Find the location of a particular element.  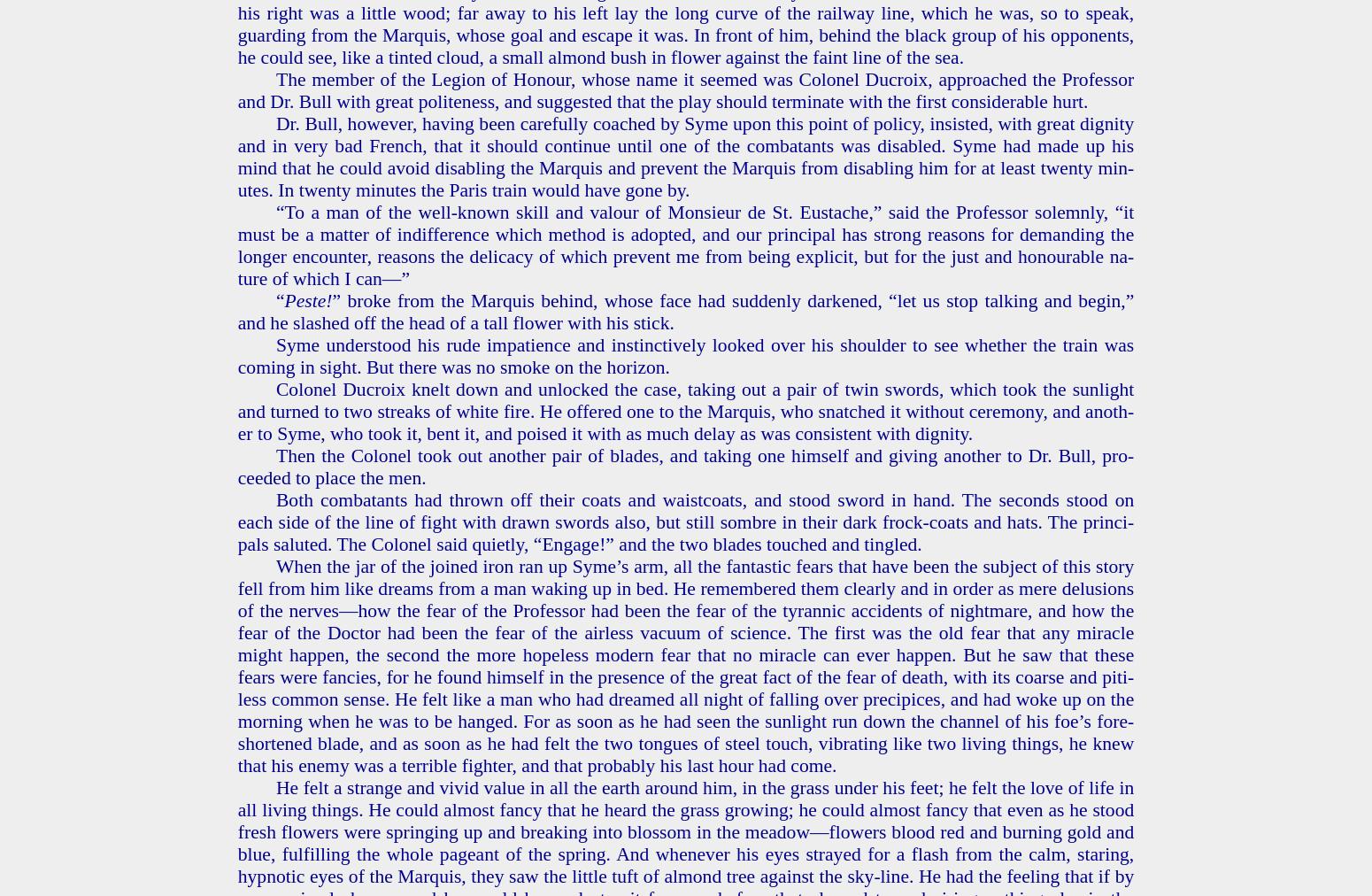

'“To a man of the well-known skill and val­our of Mon­sieur de St. Eu­stache,” said the Pro­fes­sor solemn­ly, “it must be a mat­ter of in­dif­fer­ence which method is adopt­ed, and our prin­ci­pal has strong rea­sons for de­mand­ing the longer en­counter, rea­sons the del­i­ca­cy of which pre­vent me from being ex­plic­it, but for the just and ho­n­ourable na­ture of which I can—”' is located at coordinates (685, 243).